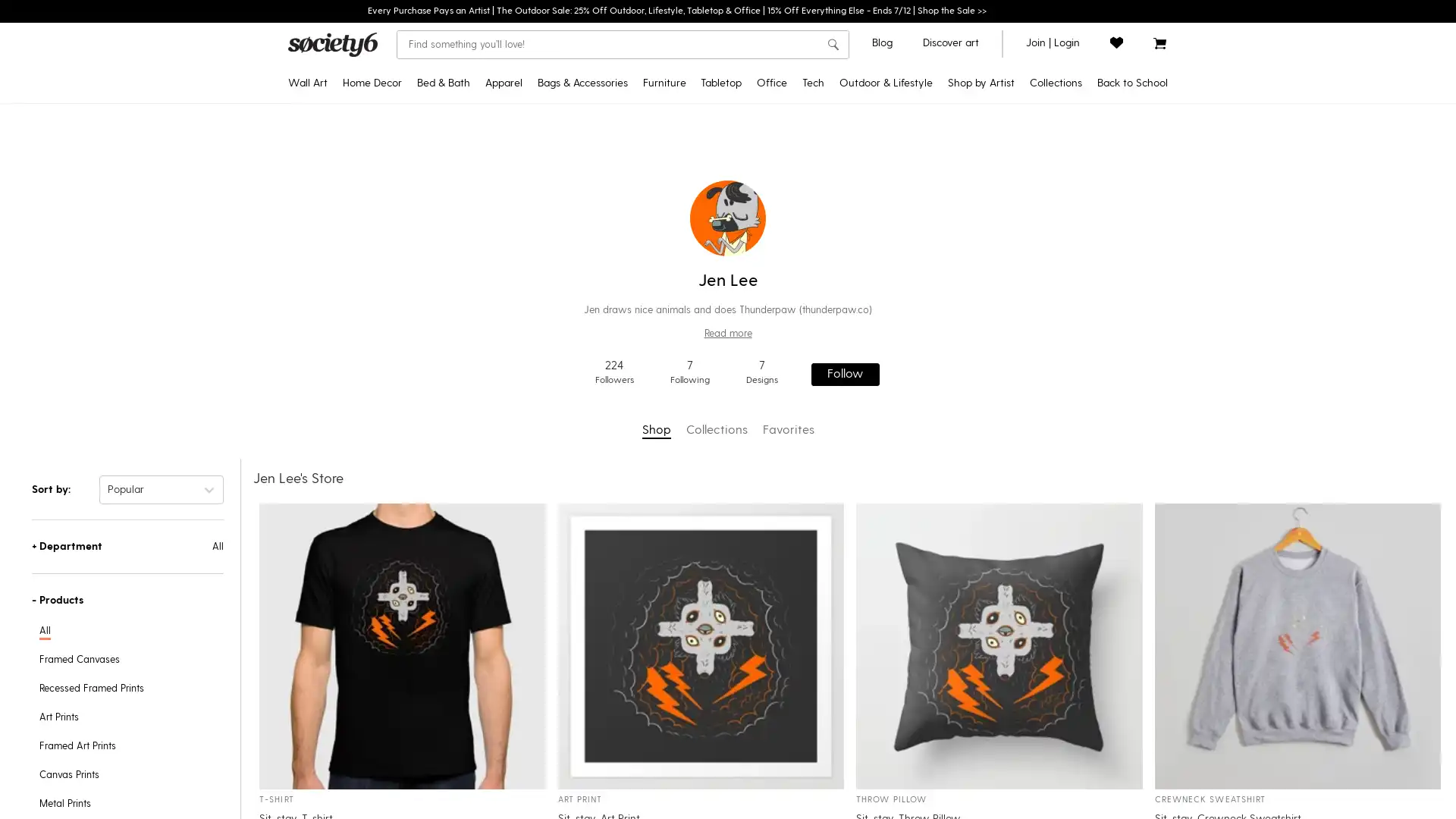 This screenshot has width=1456, height=819. What do you see at coordinates (867, 292) in the screenshot?
I see `Apple Watch Bands` at bounding box center [867, 292].